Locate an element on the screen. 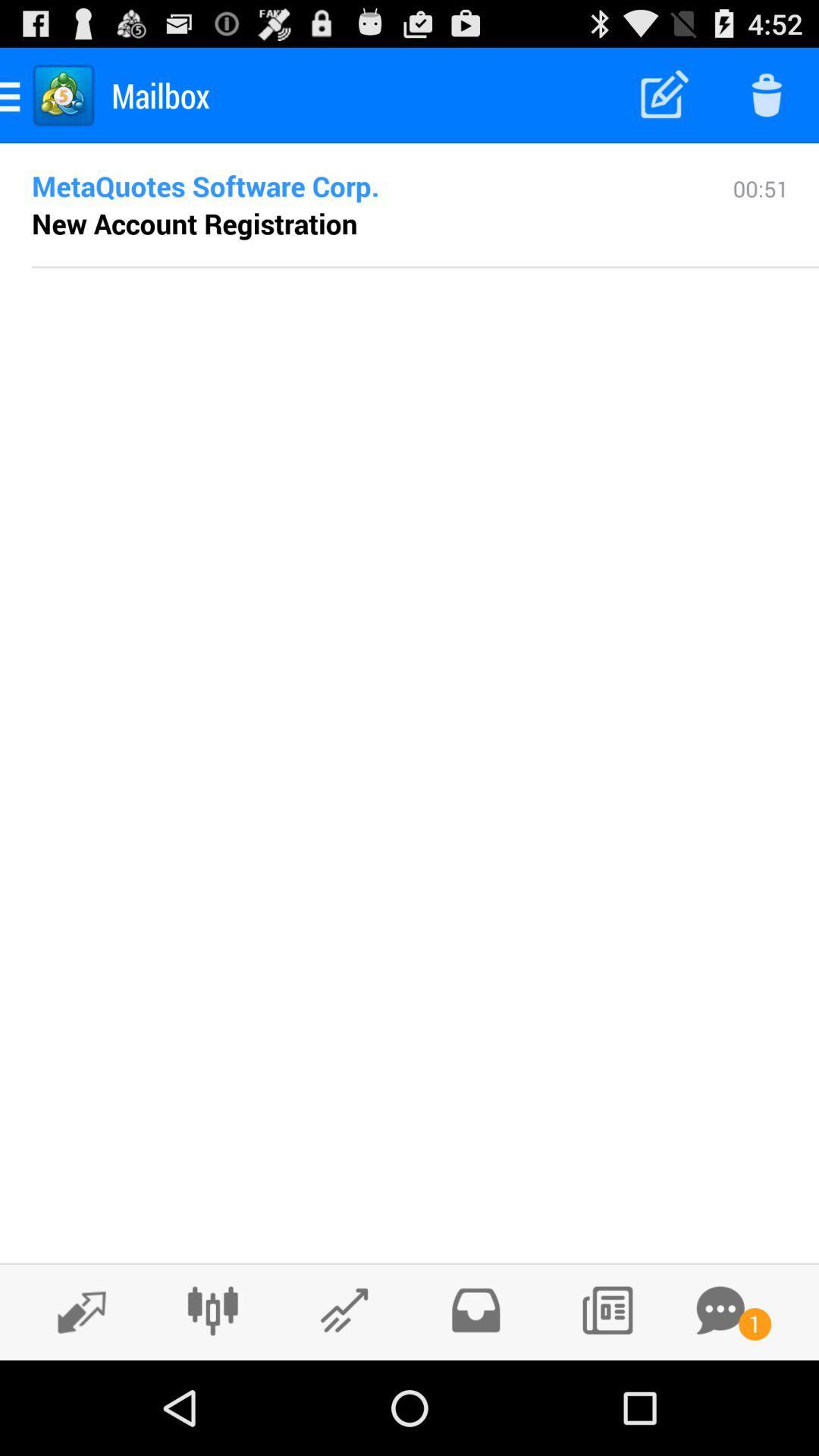 The width and height of the screenshot is (819, 1456). message option is located at coordinates (720, 1310).